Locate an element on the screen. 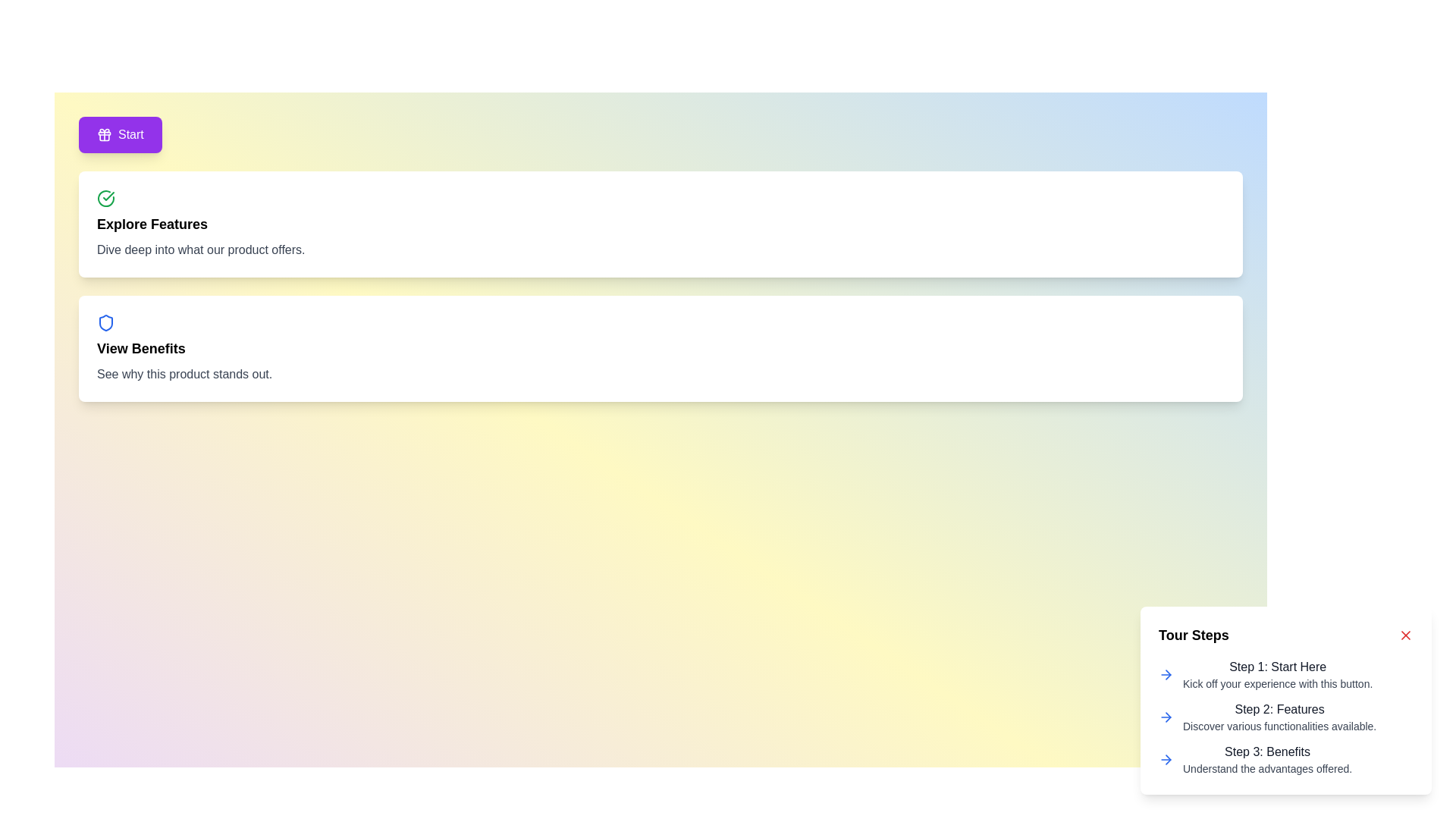 The width and height of the screenshot is (1456, 819). the Text label with an icon indicating the first step of the Tour Steps is located at coordinates (1285, 674).